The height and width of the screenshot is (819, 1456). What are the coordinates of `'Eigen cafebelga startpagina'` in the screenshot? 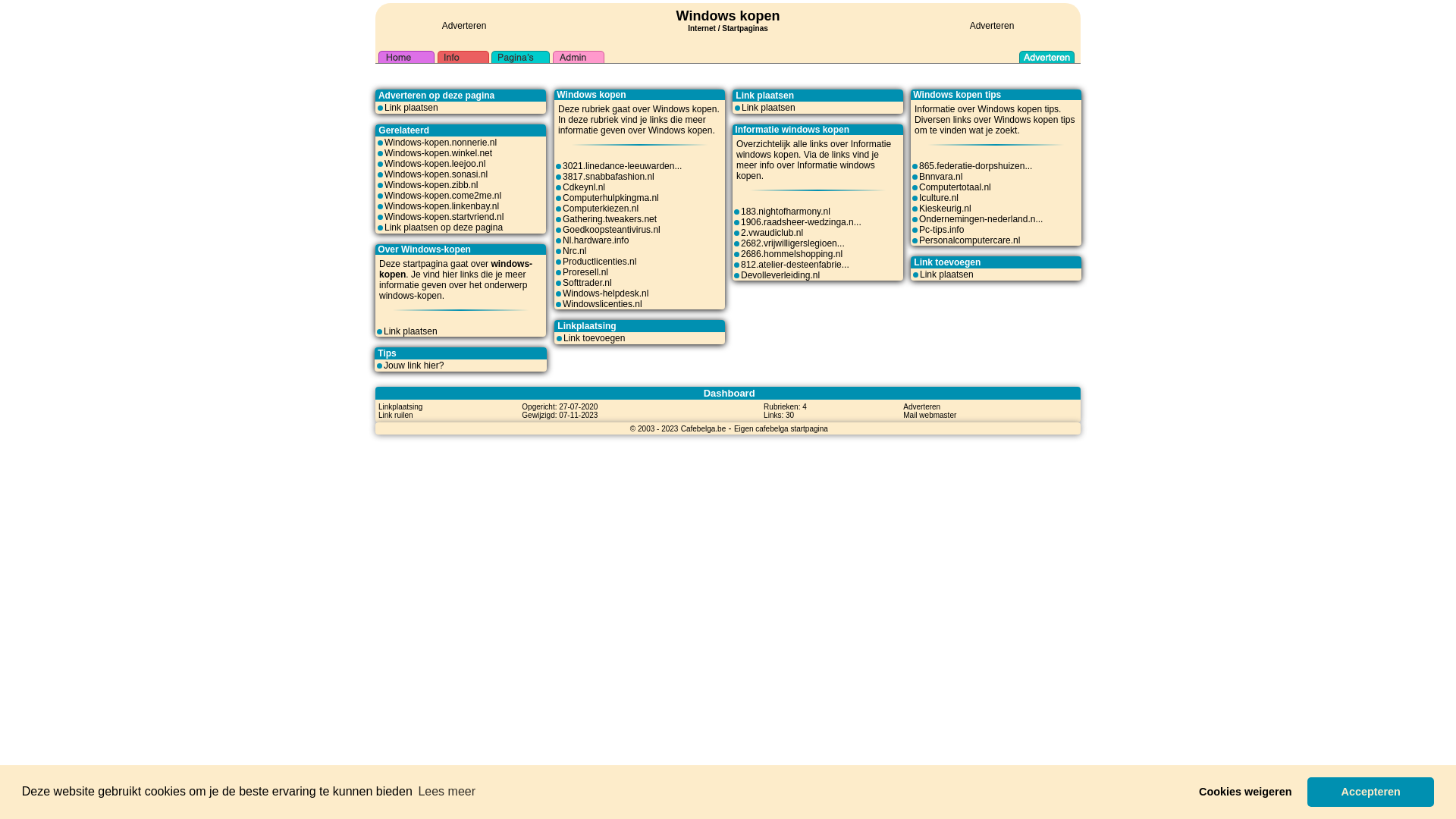 It's located at (781, 428).